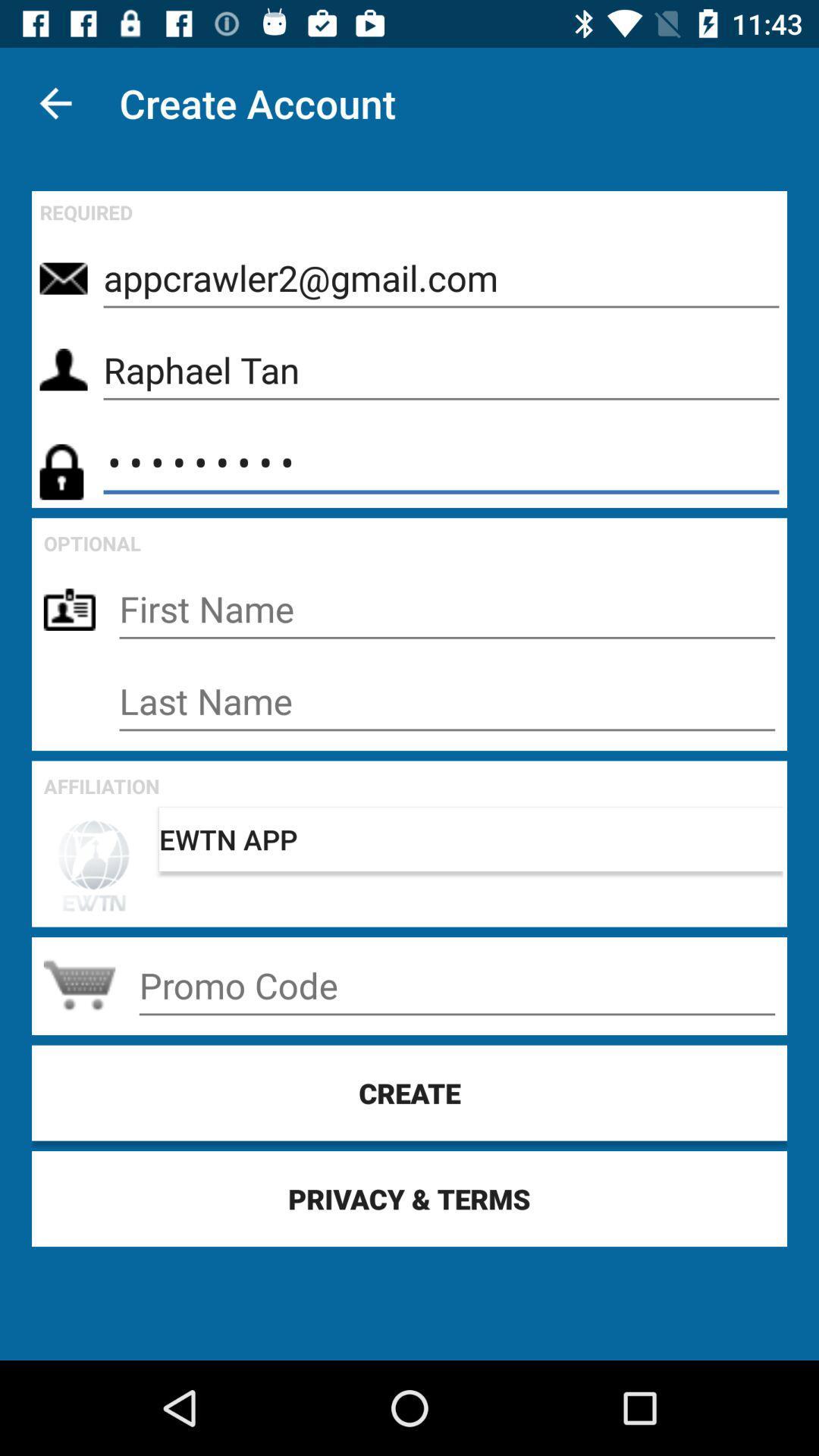 The image size is (819, 1456). I want to click on the item below raphael tan, so click(441, 462).